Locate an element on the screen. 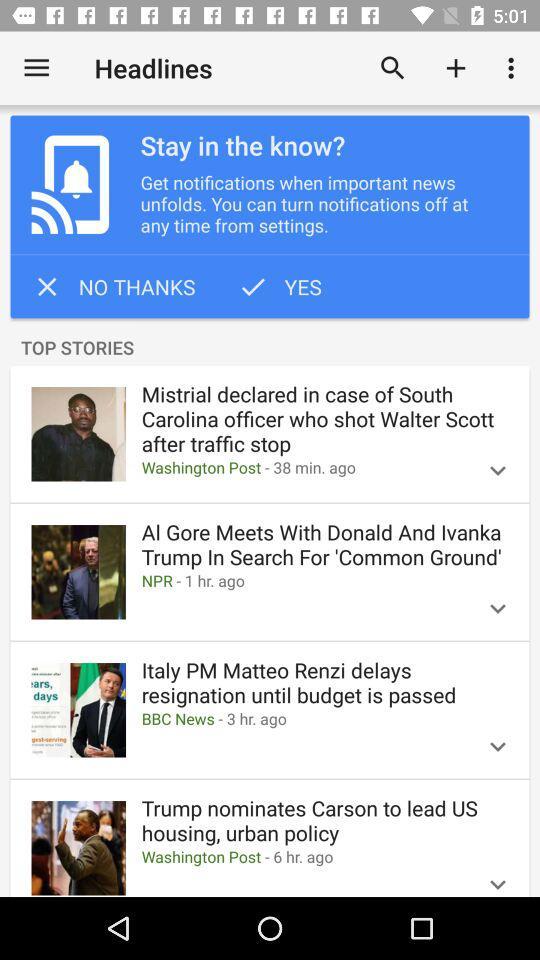 The image size is (540, 960). the icon to the right of no thanks is located at coordinates (278, 285).